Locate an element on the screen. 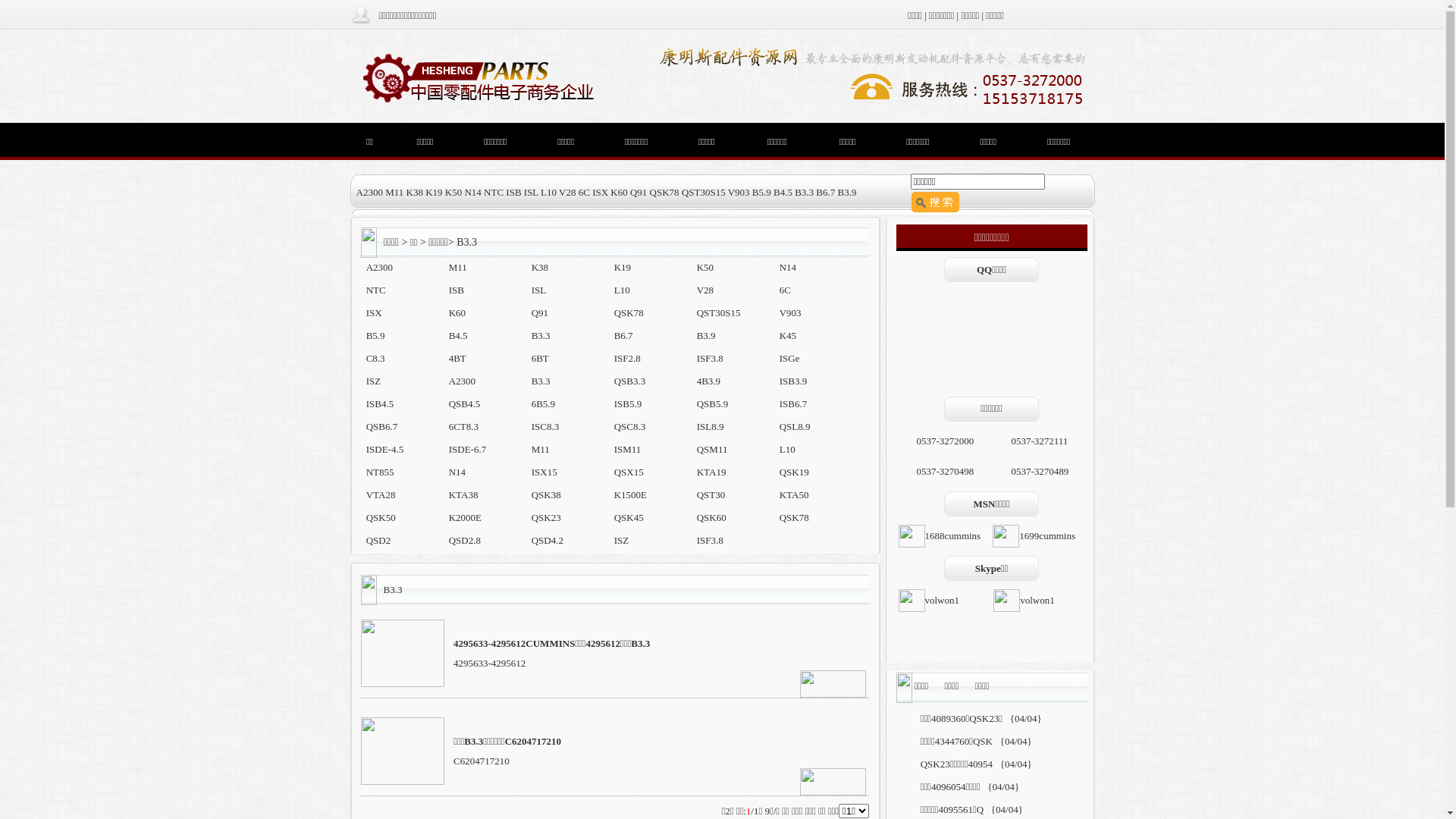  'A2300' is located at coordinates (461, 380).